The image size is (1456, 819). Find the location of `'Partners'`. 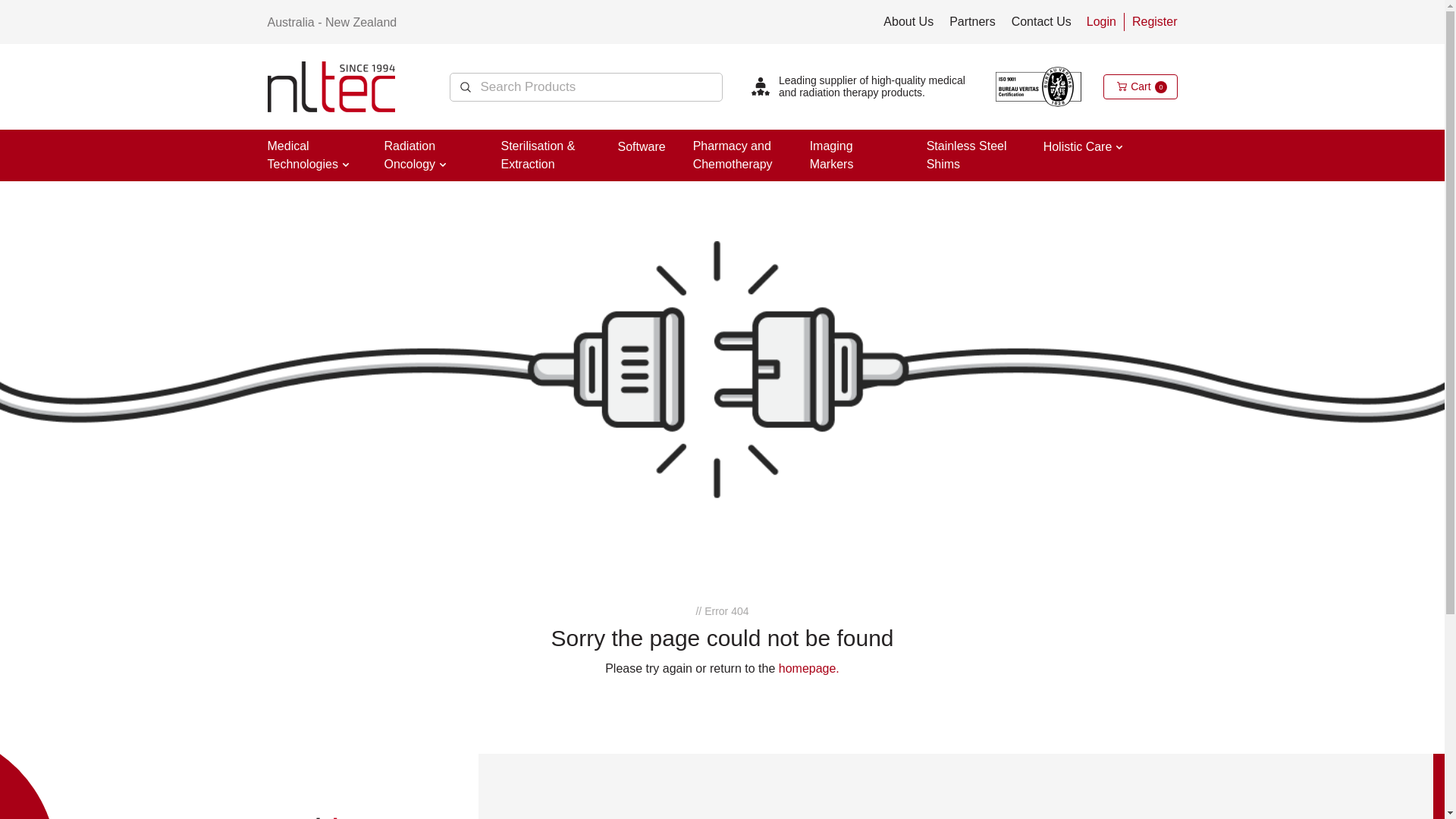

'Partners' is located at coordinates (971, 21).